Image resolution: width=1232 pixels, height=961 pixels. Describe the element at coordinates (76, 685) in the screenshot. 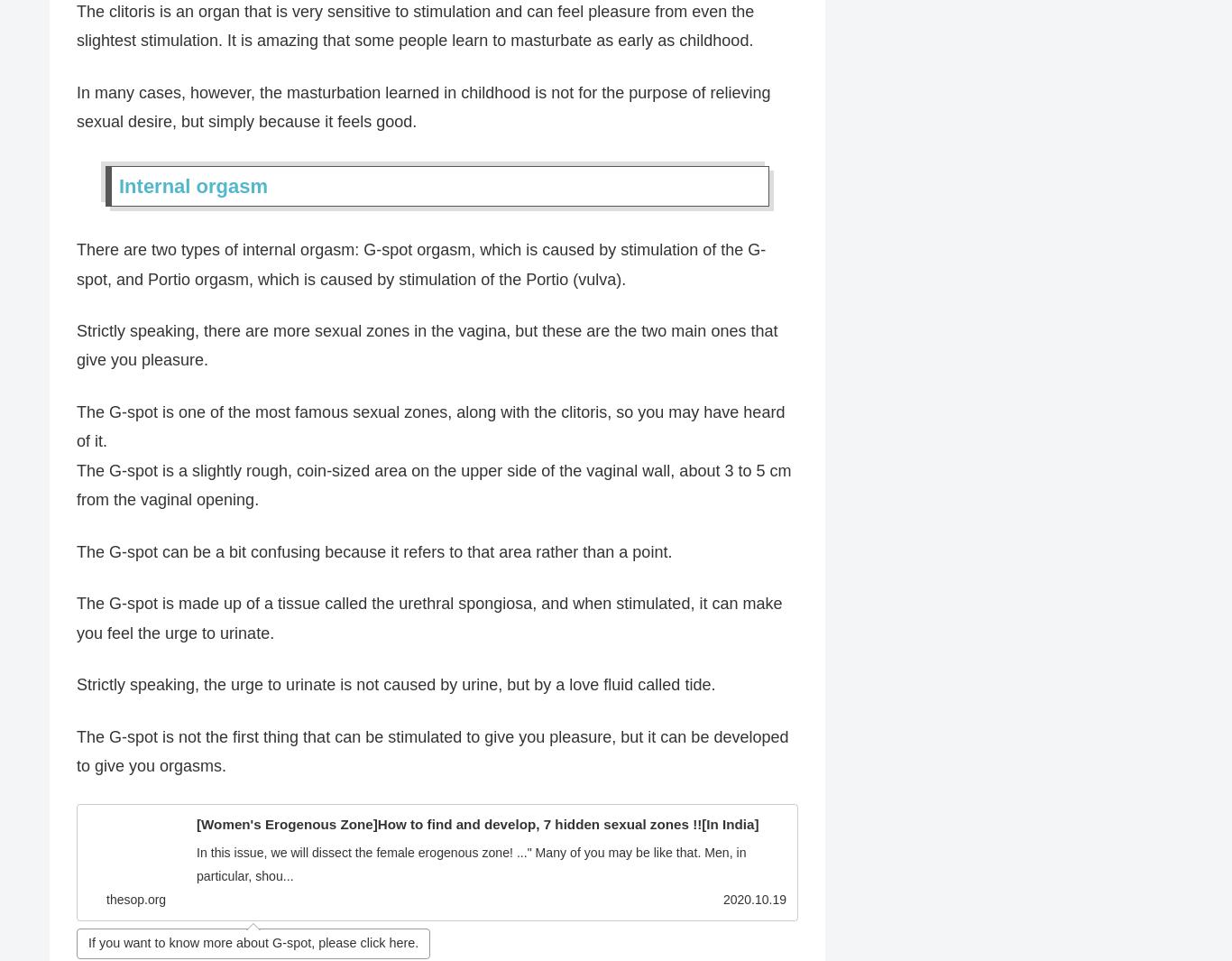

I see `'Strictly speaking, the urge to urinate is not caused by urine, but by a love fluid called tide.'` at that location.